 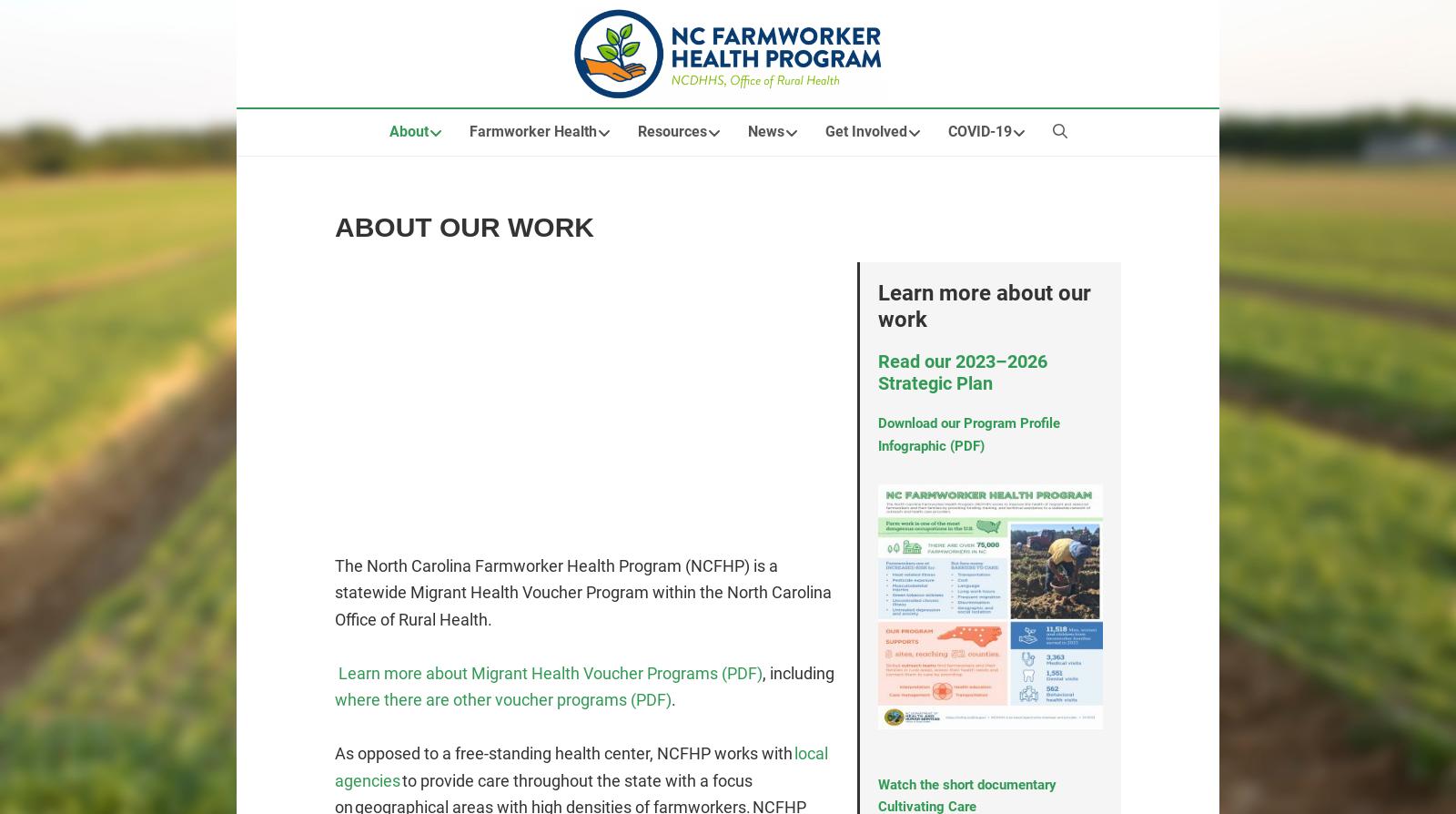 What do you see at coordinates (900, 196) in the screenshot?
I see `'Volunteer Opportunities'` at bounding box center [900, 196].